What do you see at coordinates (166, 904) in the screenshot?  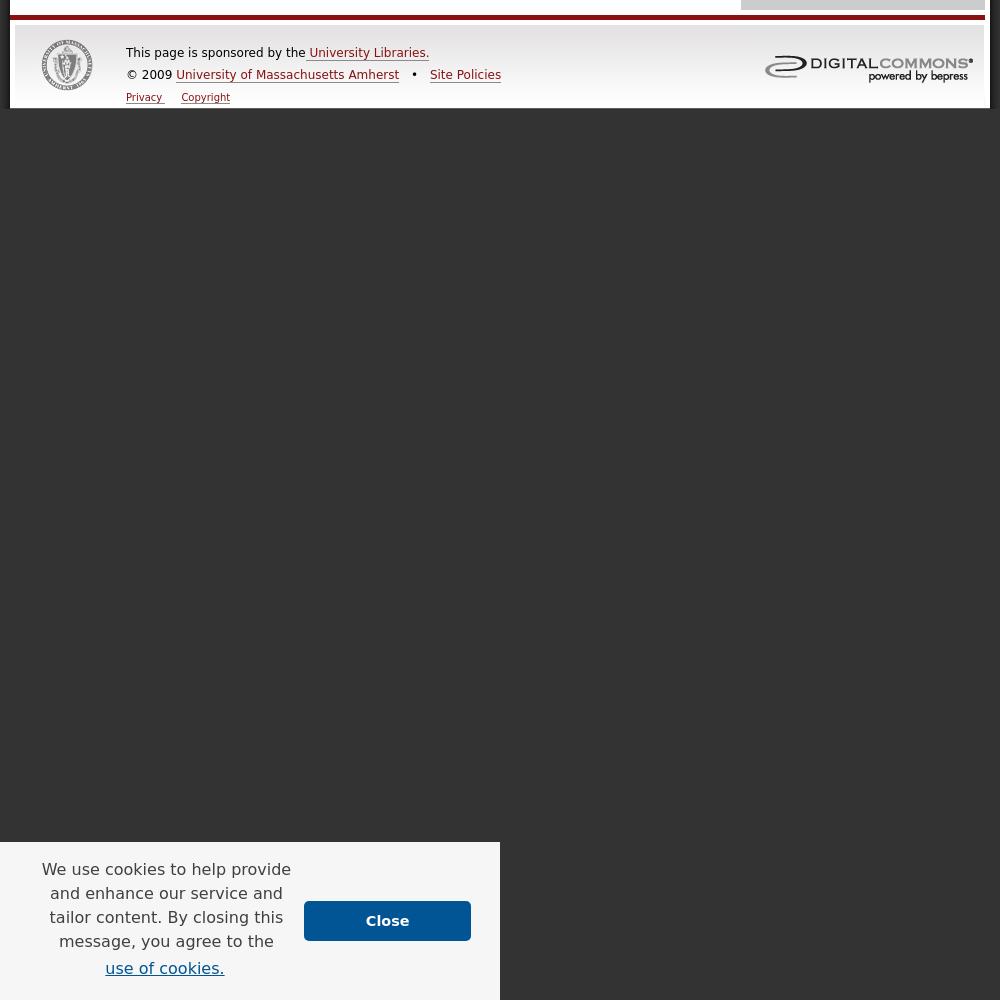 I see `'We use cookies to help provide and enhance our service and tailor content. By closing this message, you agree to the'` at bounding box center [166, 904].